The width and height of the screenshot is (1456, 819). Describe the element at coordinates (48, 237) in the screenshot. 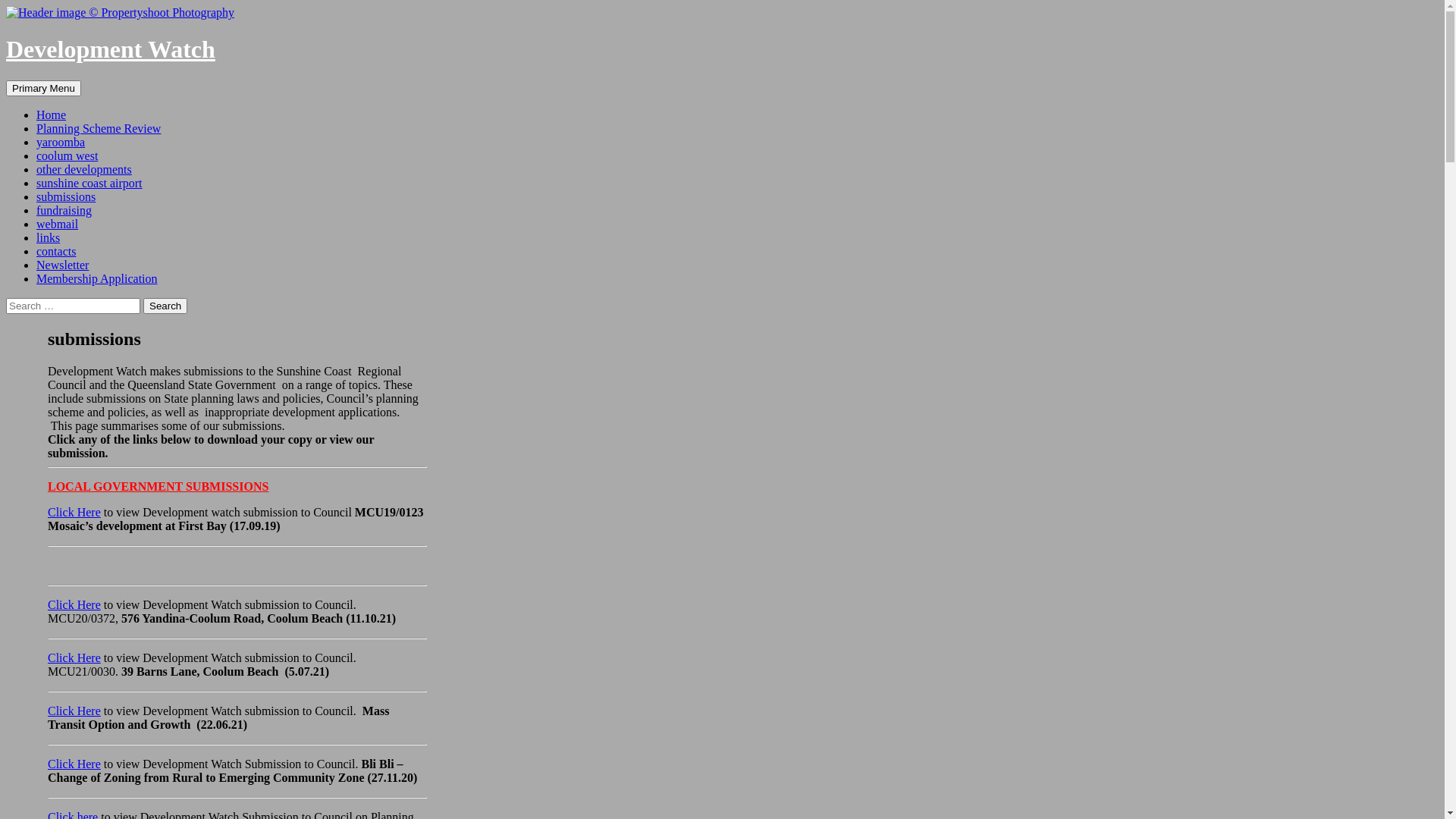

I see `'links'` at that location.